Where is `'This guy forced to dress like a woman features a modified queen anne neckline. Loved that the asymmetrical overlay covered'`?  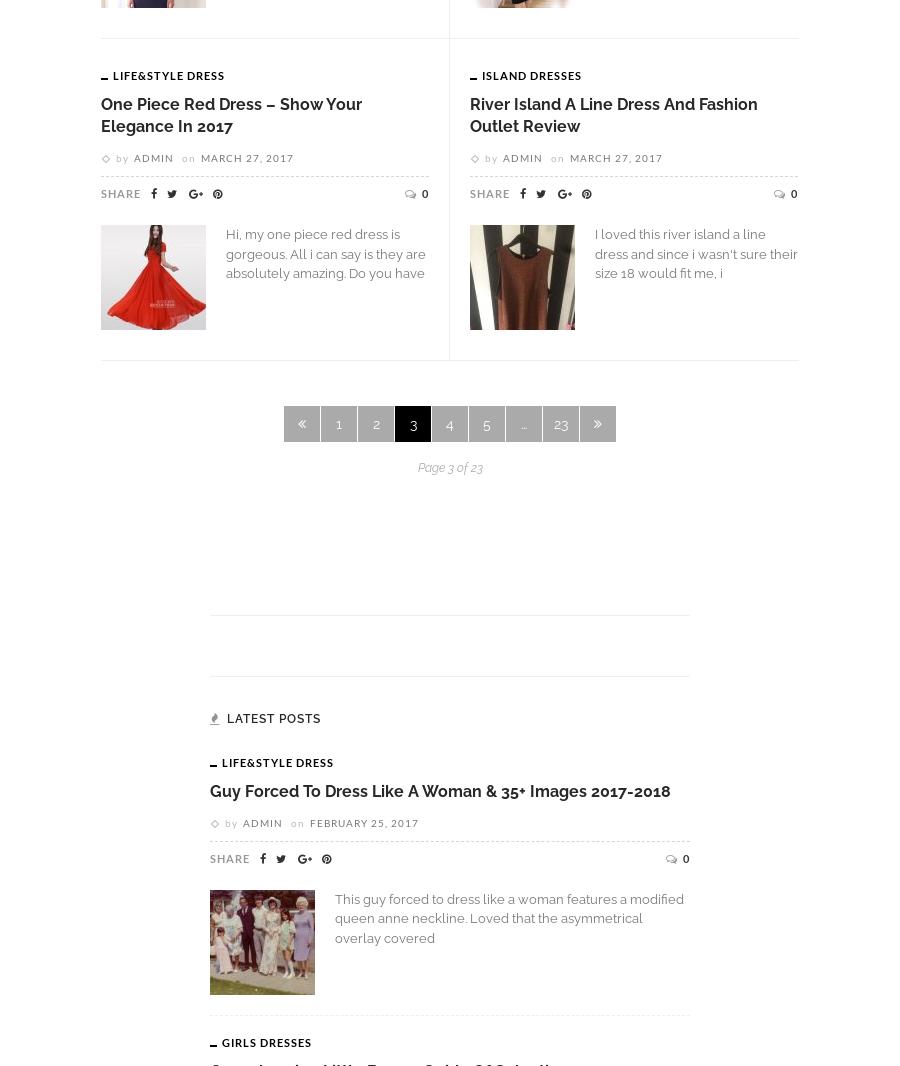
'This guy forced to dress like a woman features a modified queen anne neckline. Loved that the asymmetrical overlay covered' is located at coordinates (508, 918).